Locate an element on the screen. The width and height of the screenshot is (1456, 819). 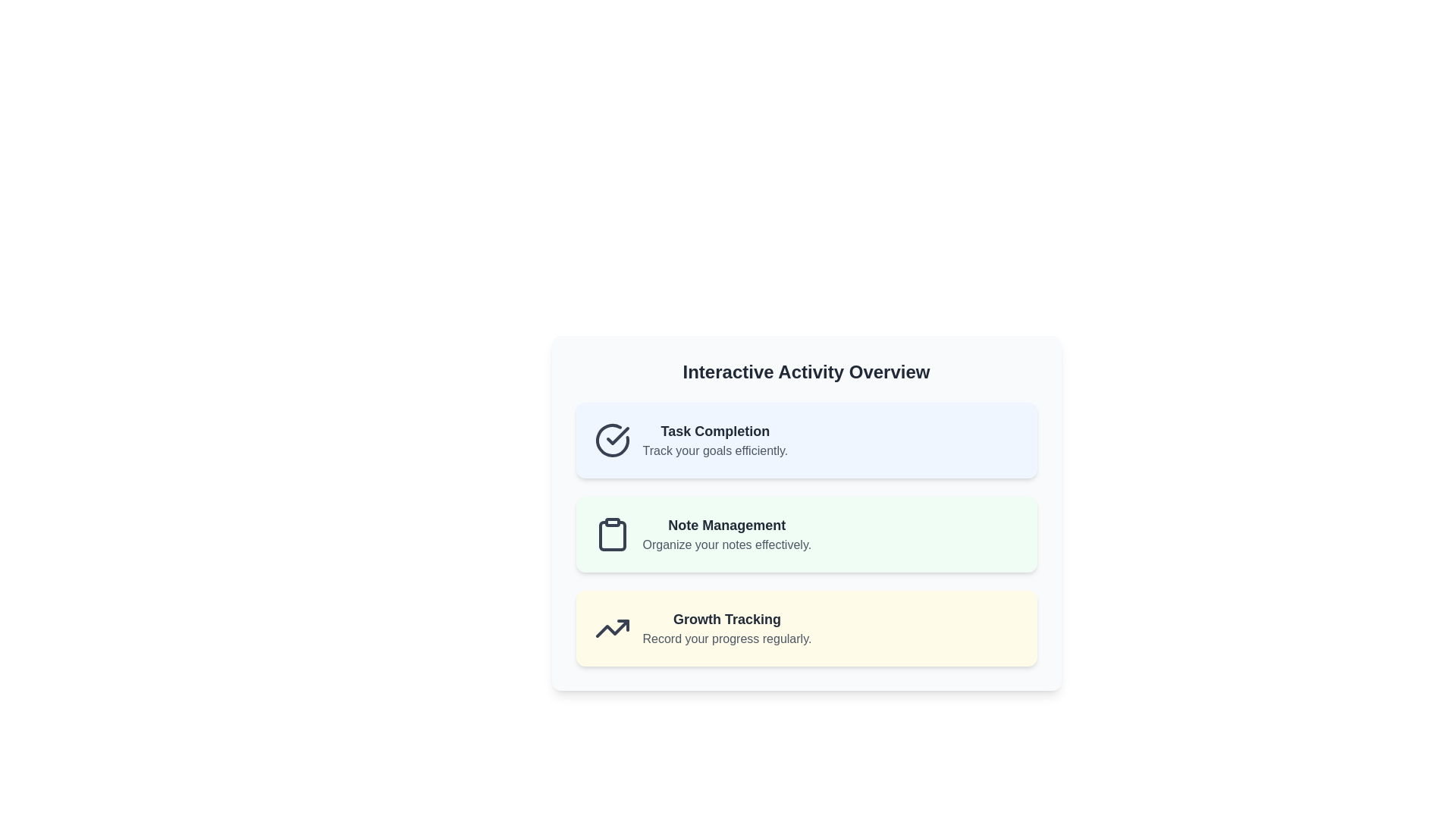
the decorative icon indicating task completion within the first card titled 'Task Completion' under the header 'Interactive Activity Overview' is located at coordinates (612, 441).